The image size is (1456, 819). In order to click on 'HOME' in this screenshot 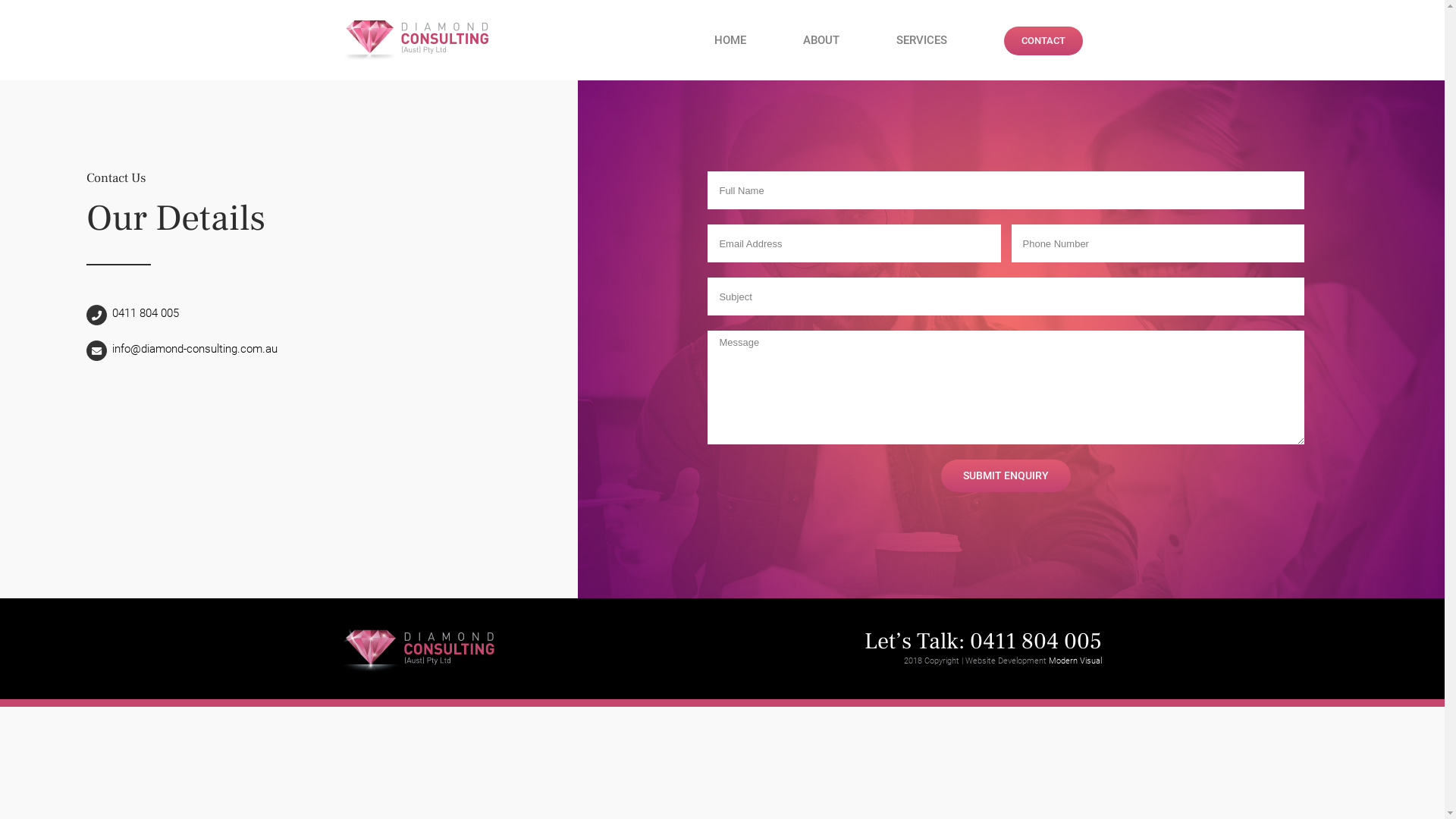, I will do `click(729, 39)`.